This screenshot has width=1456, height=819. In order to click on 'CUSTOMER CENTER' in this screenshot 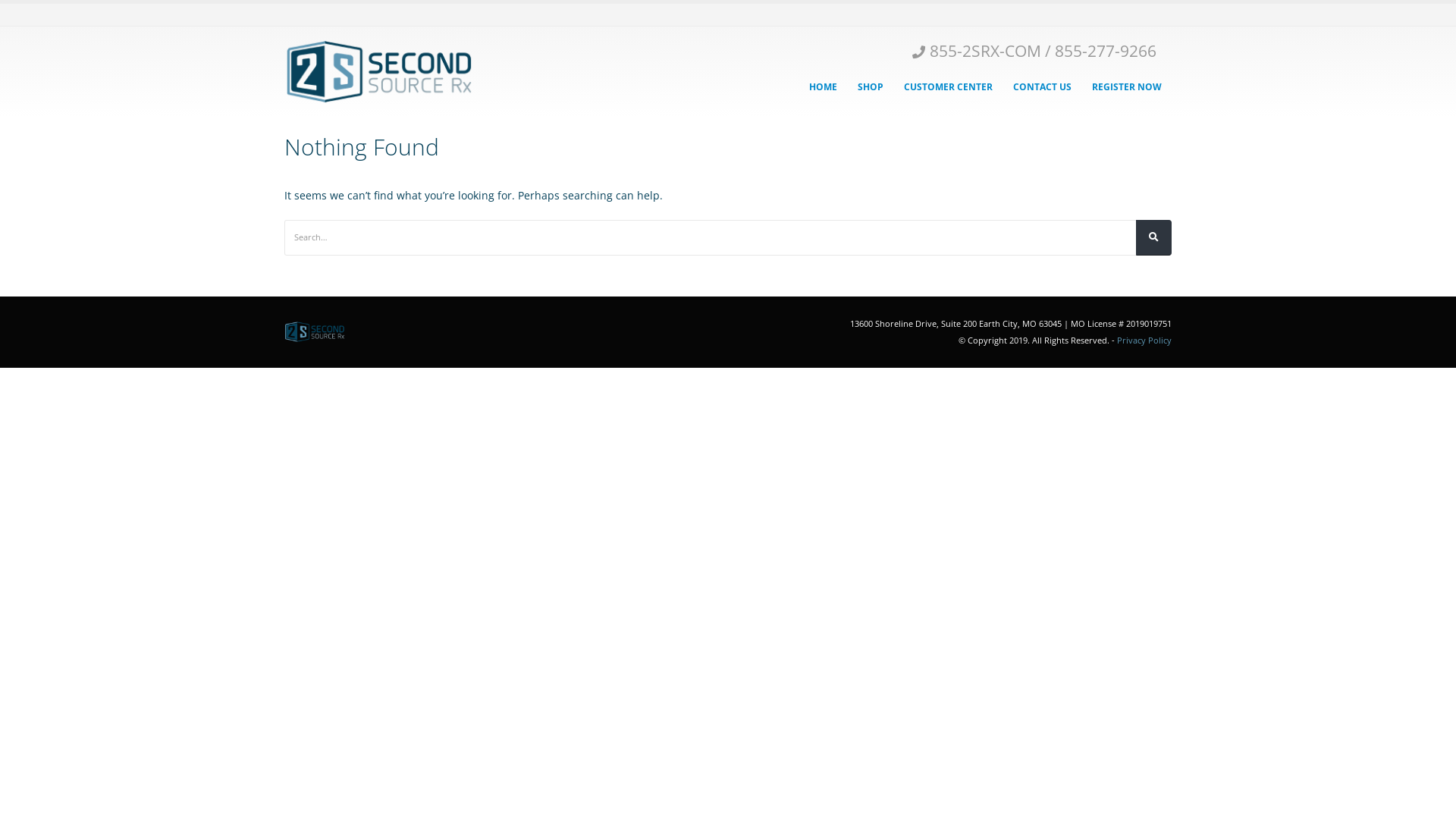, I will do `click(947, 86)`.